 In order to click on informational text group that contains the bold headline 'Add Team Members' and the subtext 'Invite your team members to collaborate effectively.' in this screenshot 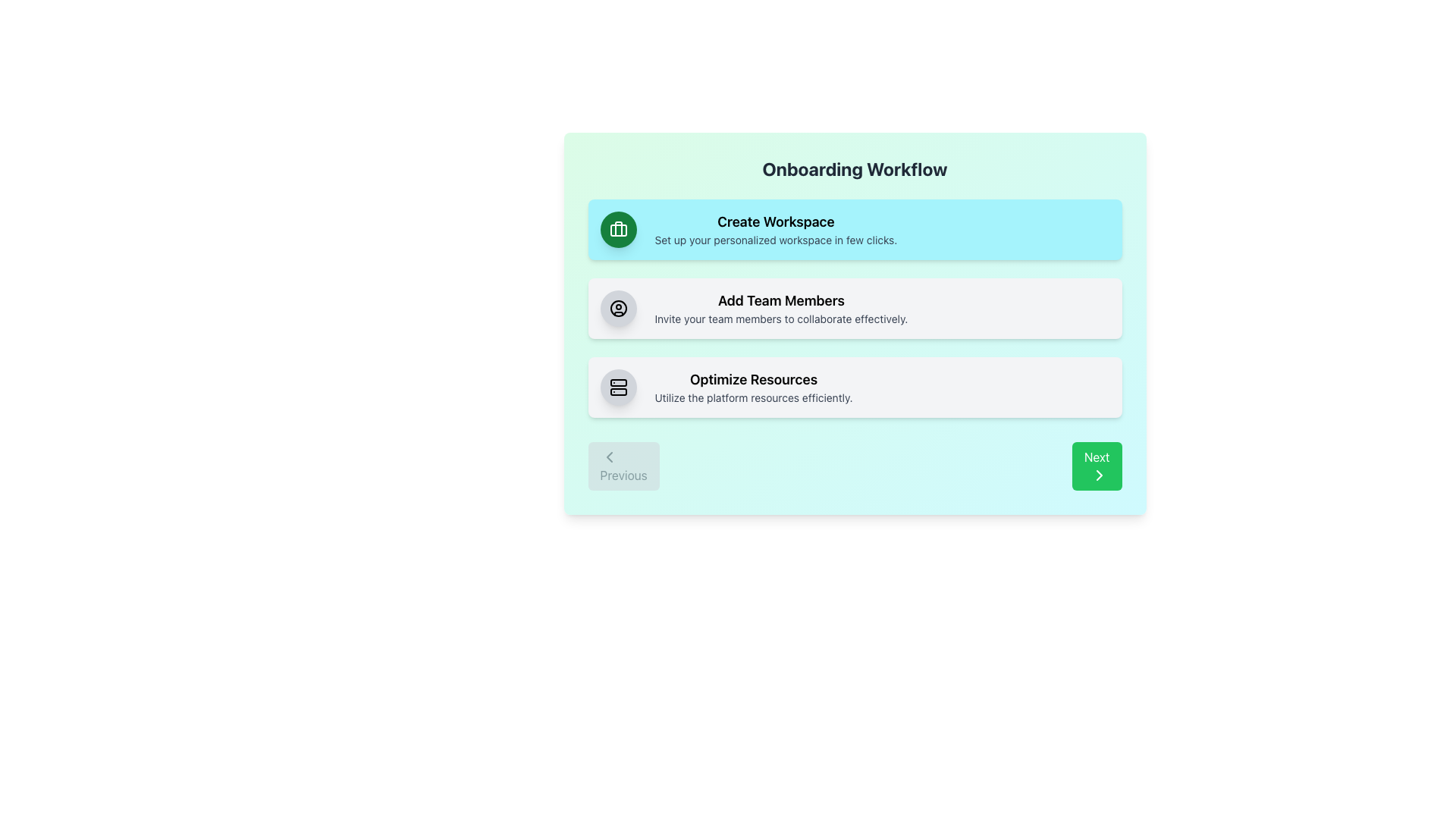, I will do `click(781, 308)`.